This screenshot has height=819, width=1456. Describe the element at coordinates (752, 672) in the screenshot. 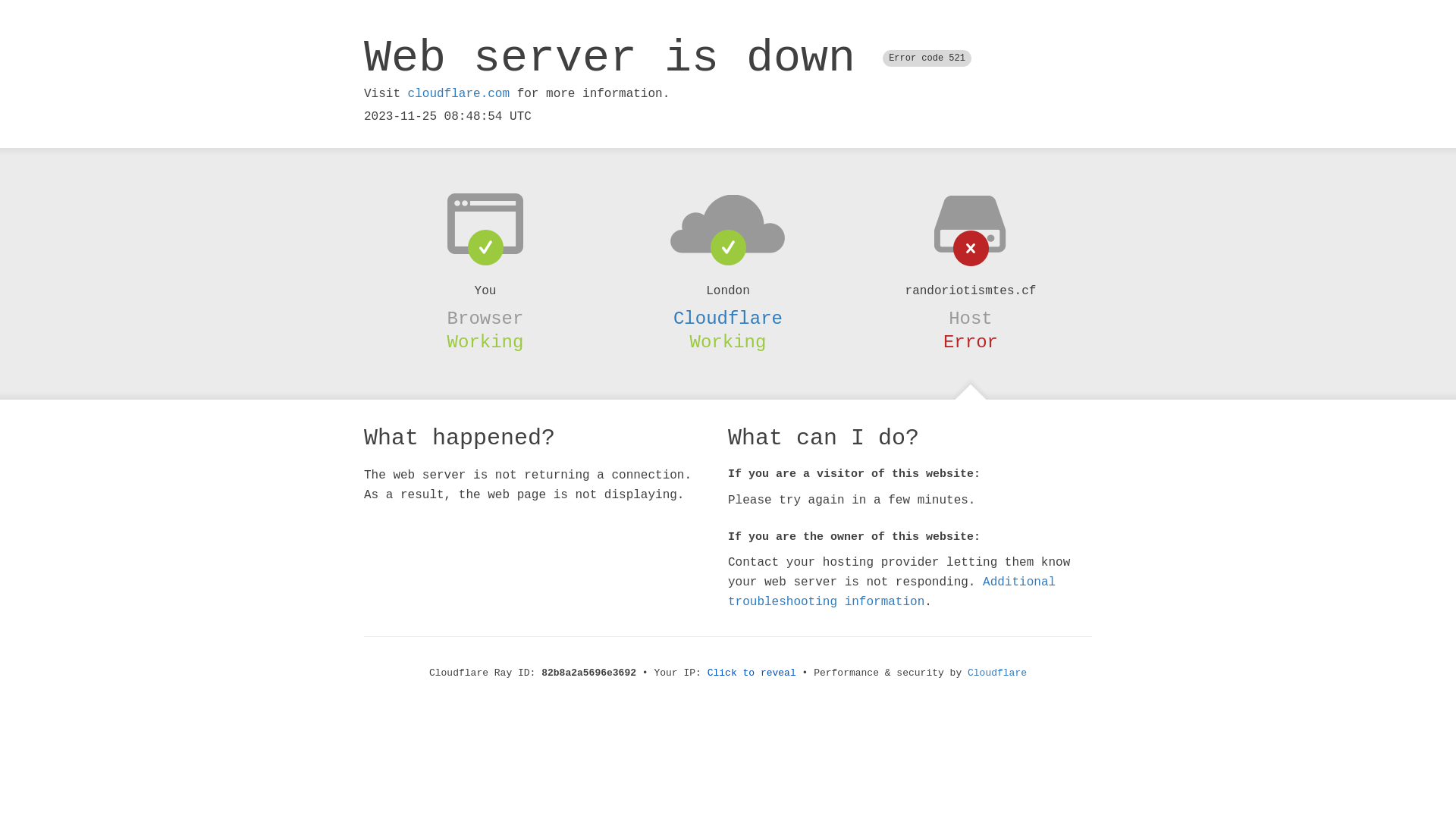

I see `'Click to reveal'` at that location.